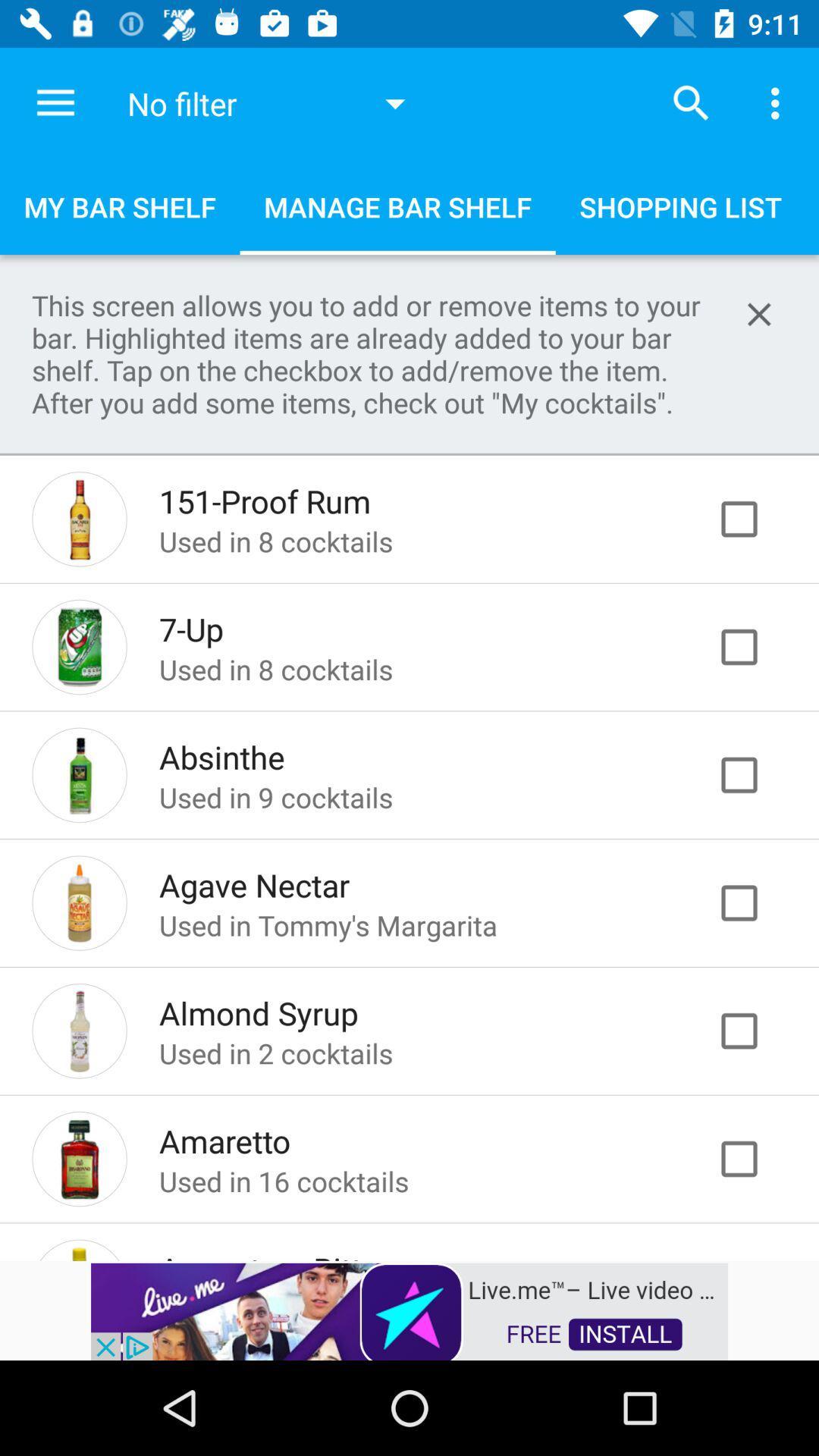 This screenshot has width=819, height=1456. I want to click on the box, so click(755, 902).